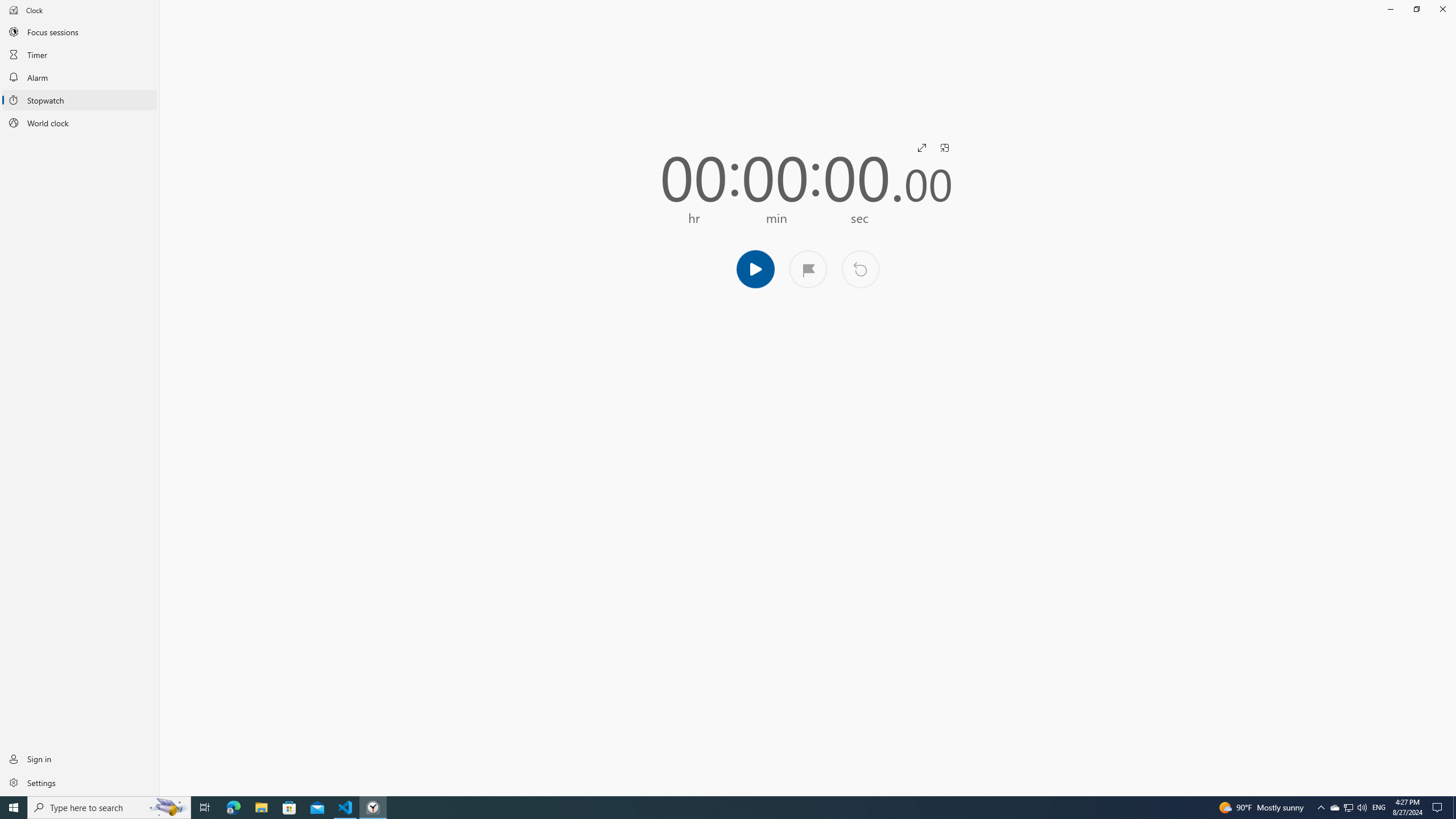 This screenshot has width=1456, height=819. I want to click on 'Sign in', so click(79, 758).